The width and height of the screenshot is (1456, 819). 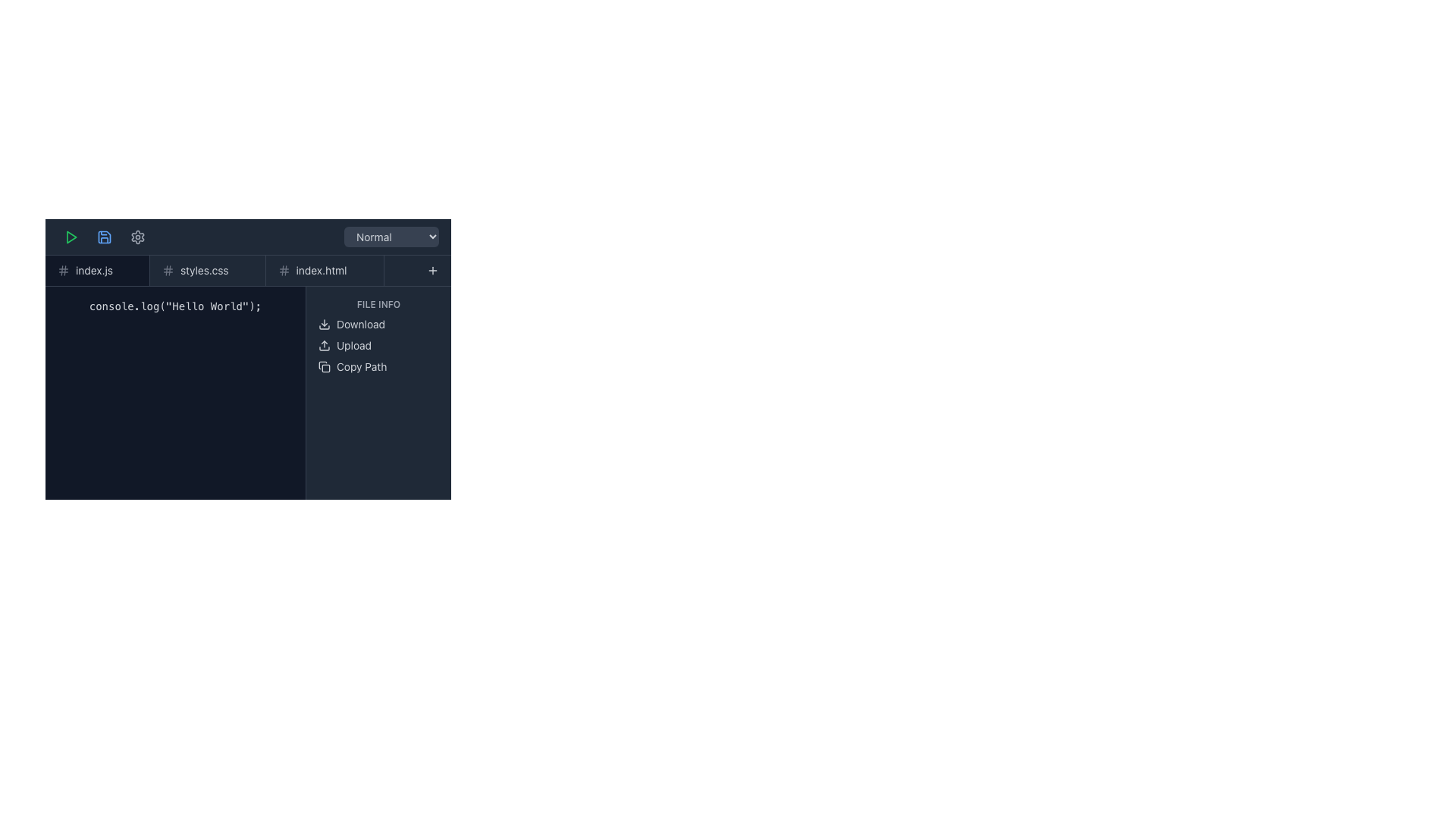 What do you see at coordinates (285, 270) in the screenshot?
I see `fourth vertical line component of the hash symbol icon in the navigation header area` at bounding box center [285, 270].